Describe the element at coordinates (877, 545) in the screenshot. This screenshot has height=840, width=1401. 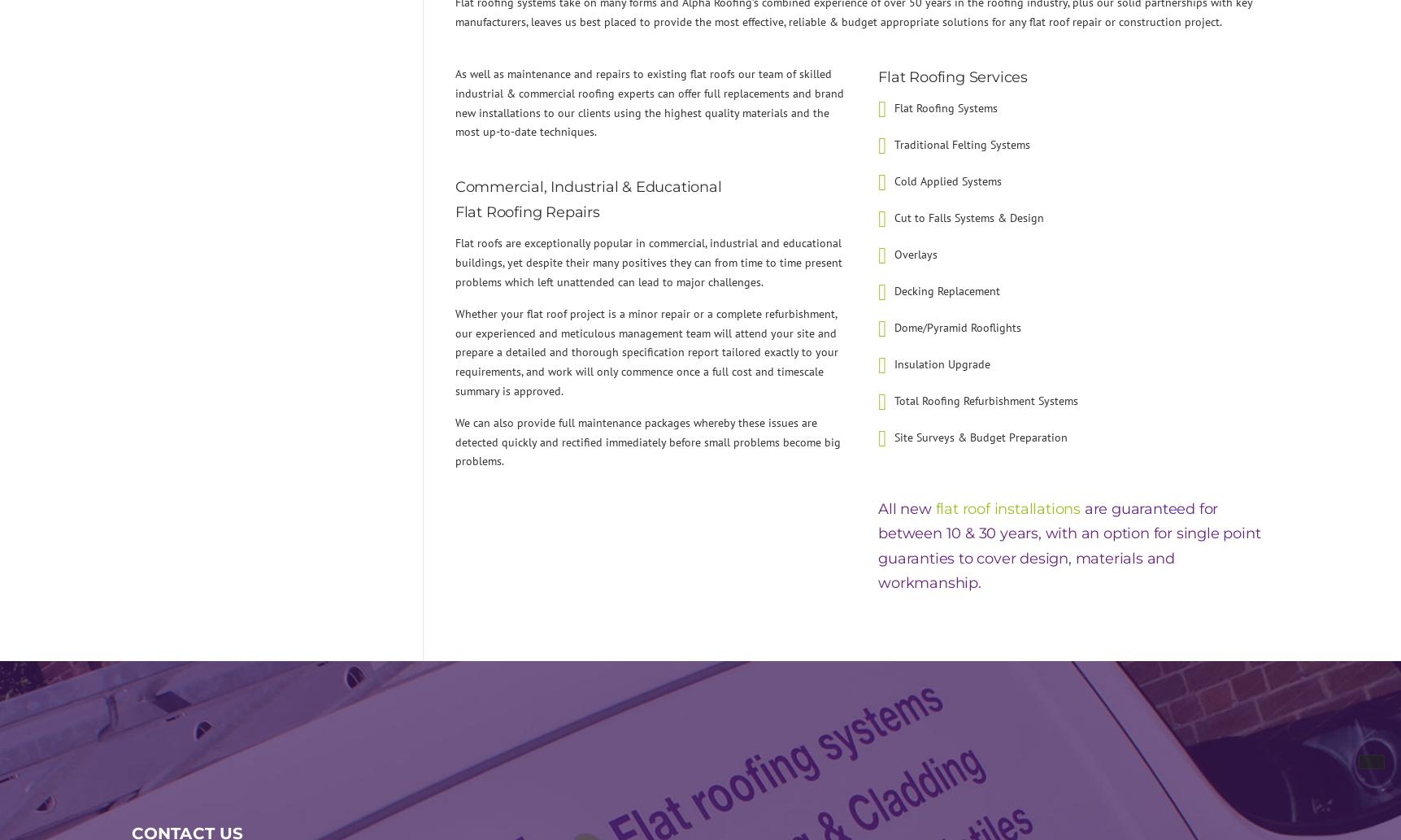
I see `'are guaranteed for between 10 & 30 years, with an option for single point guaranties to cover design, materials and workmanship.'` at that location.